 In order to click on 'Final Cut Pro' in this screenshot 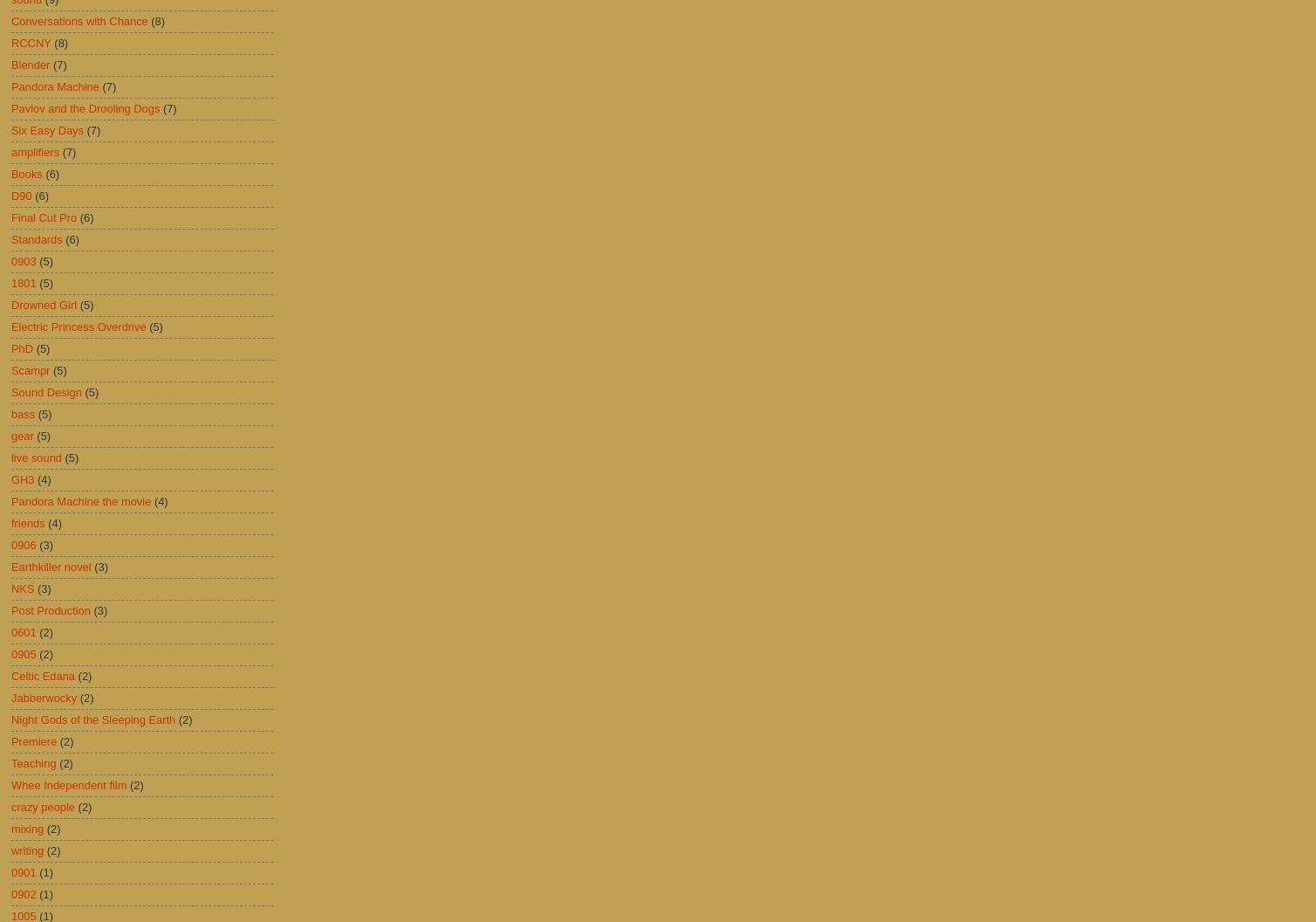, I will do `click(44, 217)`.